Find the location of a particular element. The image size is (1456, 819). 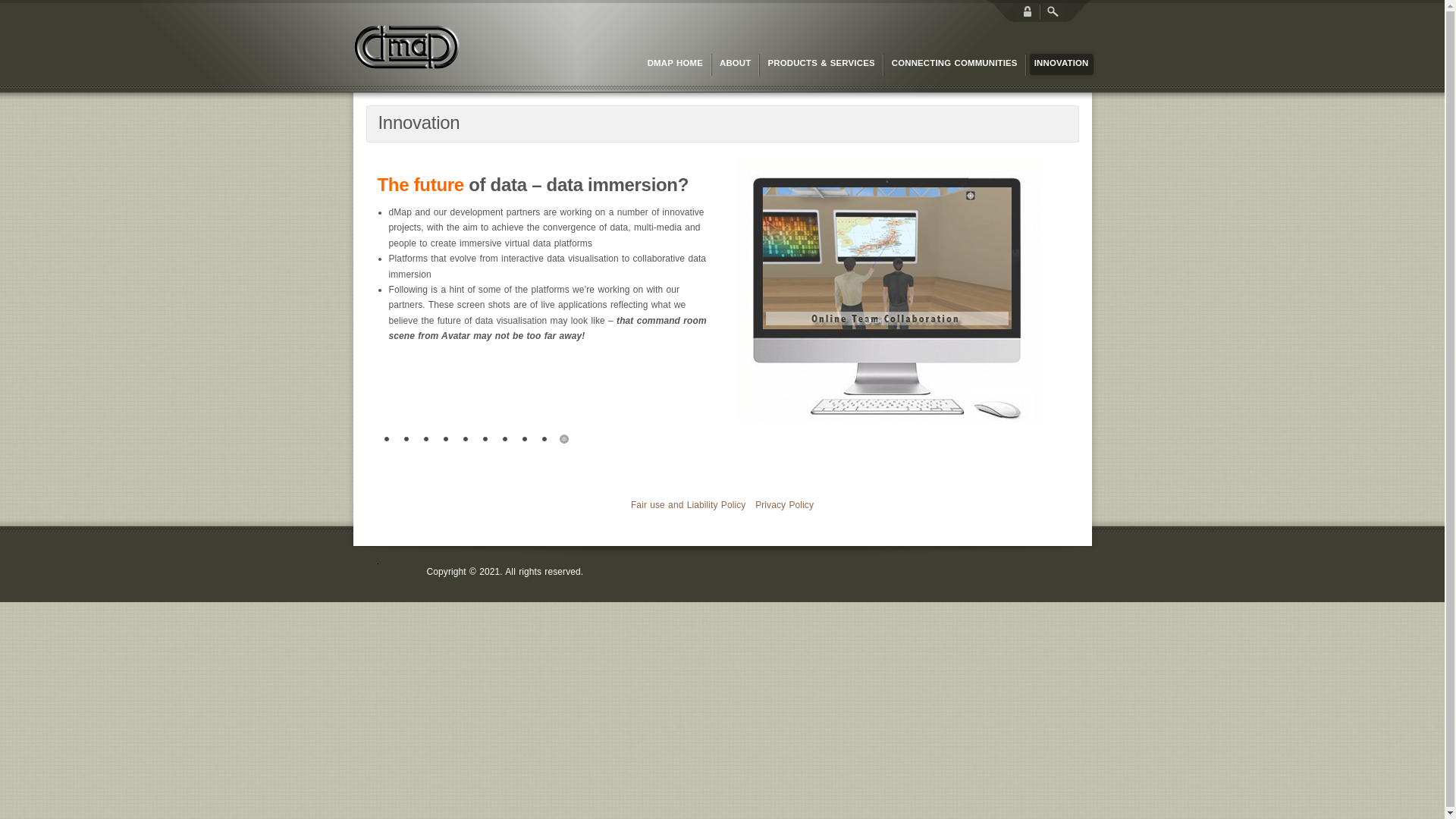

'#' is located at coordinates (425, 439).